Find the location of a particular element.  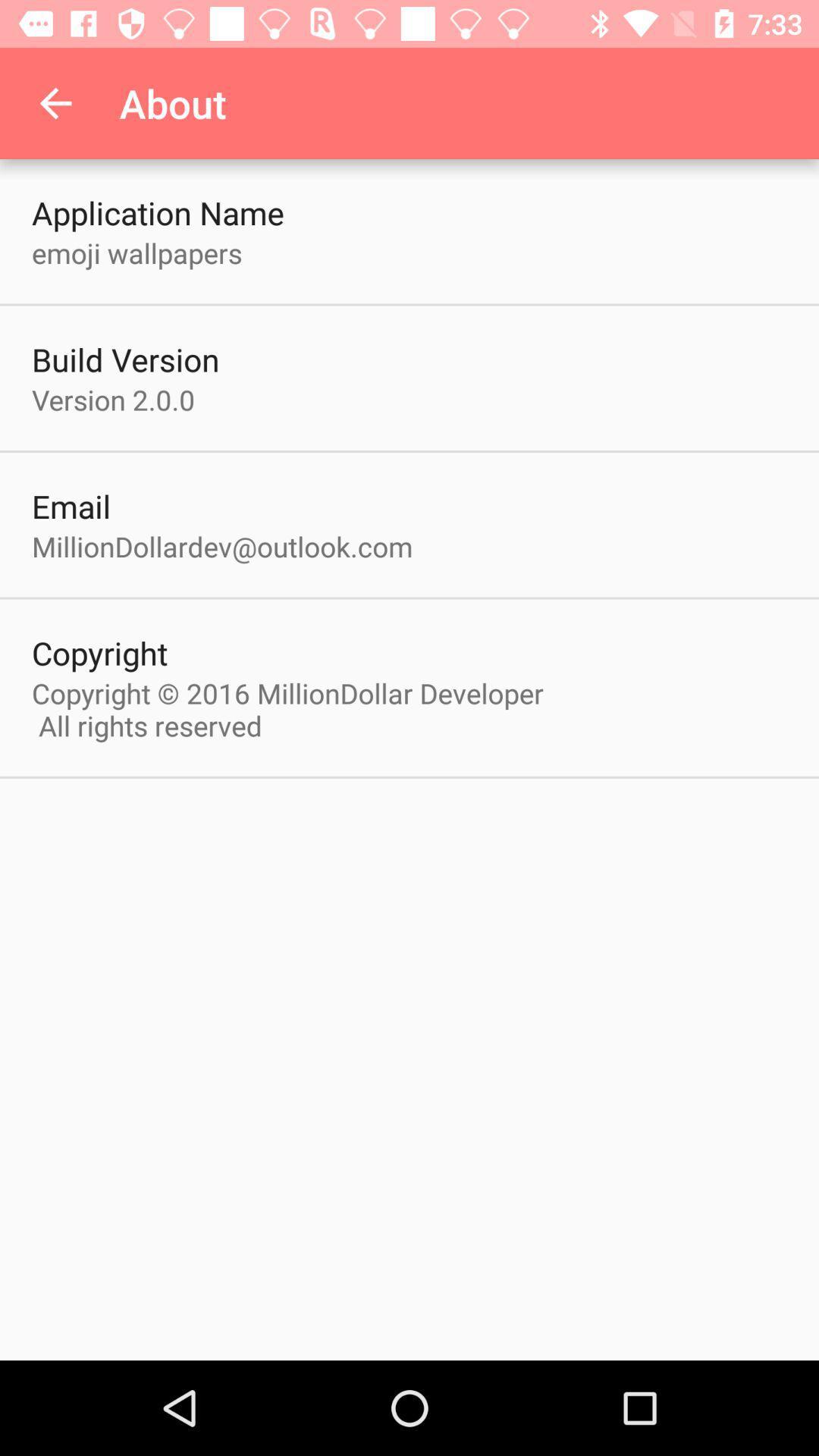

the version 2 0 icon is located at coordinates (112, 400).